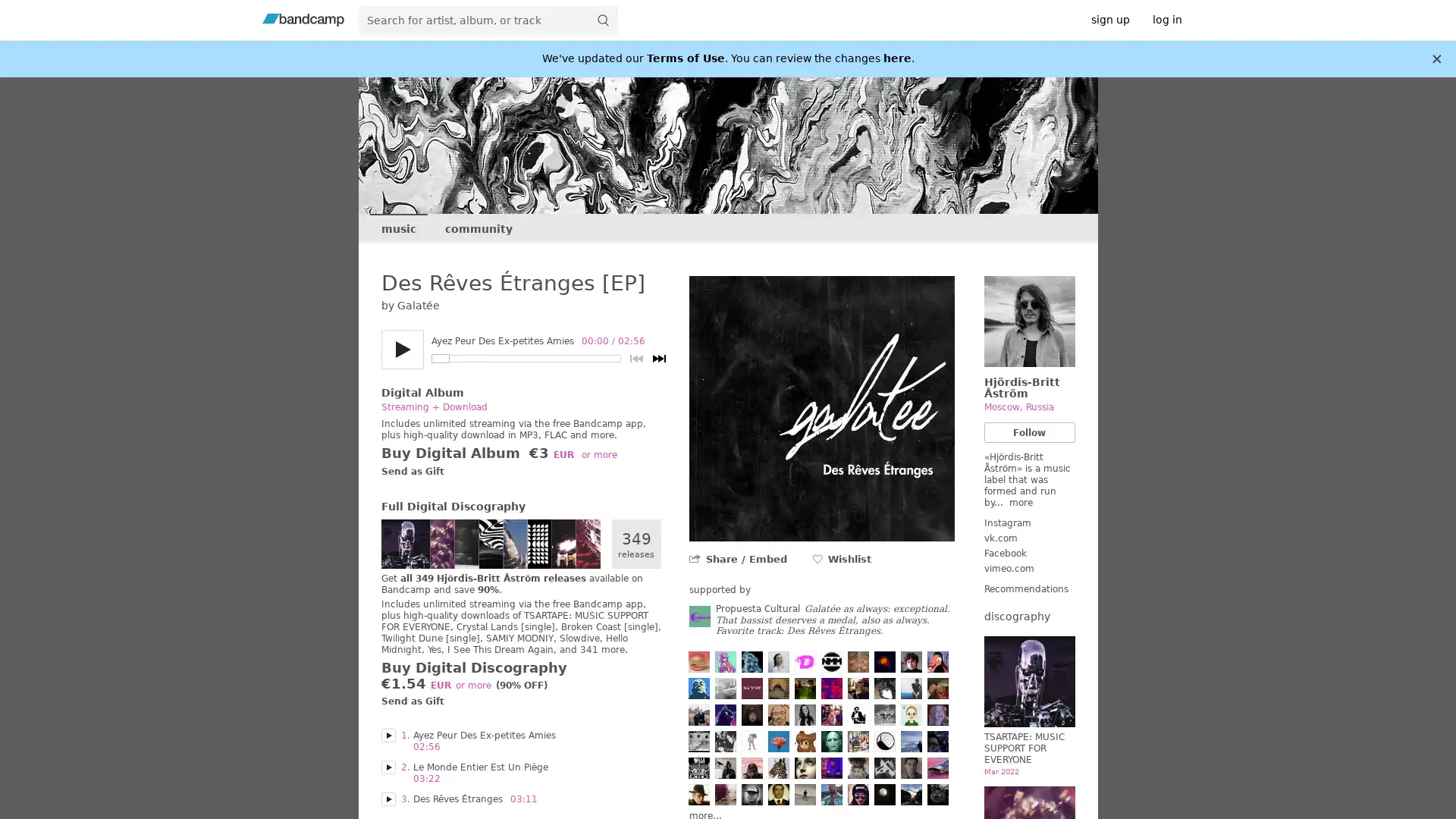  I want to click on submit for full search page, so click(602, 20).